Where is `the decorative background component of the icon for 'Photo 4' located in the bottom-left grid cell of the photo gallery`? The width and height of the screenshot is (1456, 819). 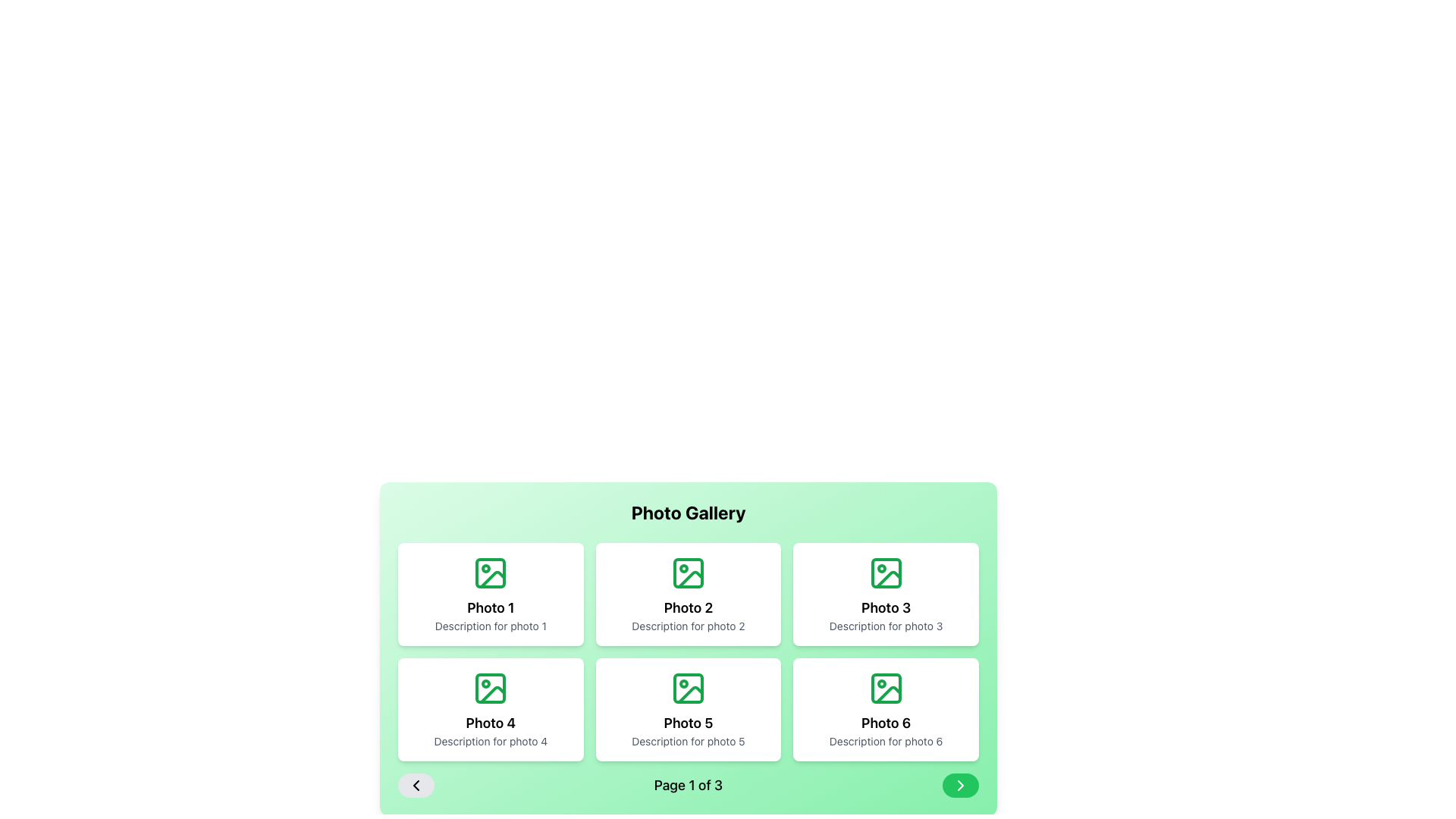
the decorative background component of the icon for 'Photo 4' located in the bottom-left grid cell of the photo gallery is located at coordinates (491, 688).